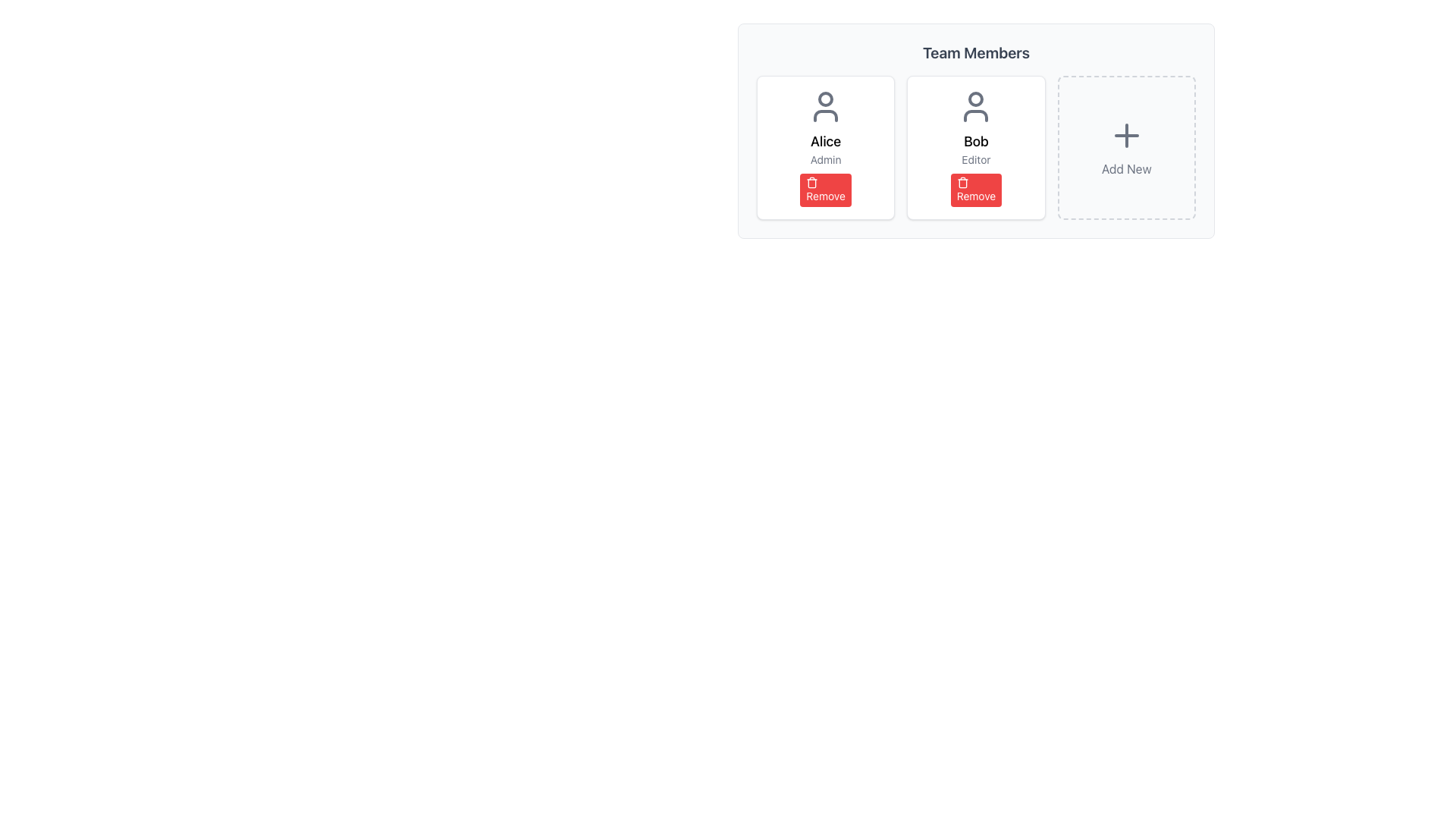  I want to click on the 'Remove' button containing the trash can icon under the card for user Bob in the 'Team Members' section, so click(962, 181).